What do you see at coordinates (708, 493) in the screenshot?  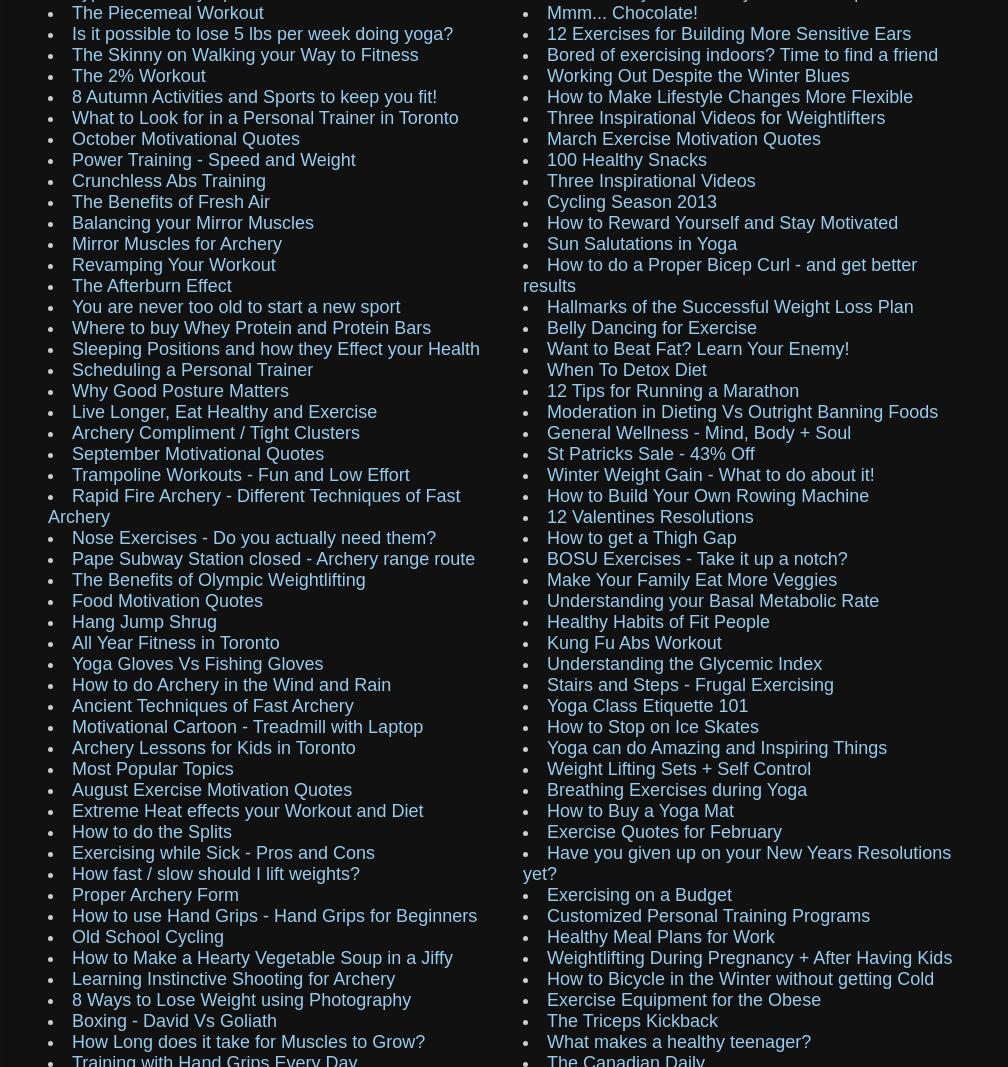 I see `'How to Build Your Own Rowing Machine'` at bounding box center [708, 493].